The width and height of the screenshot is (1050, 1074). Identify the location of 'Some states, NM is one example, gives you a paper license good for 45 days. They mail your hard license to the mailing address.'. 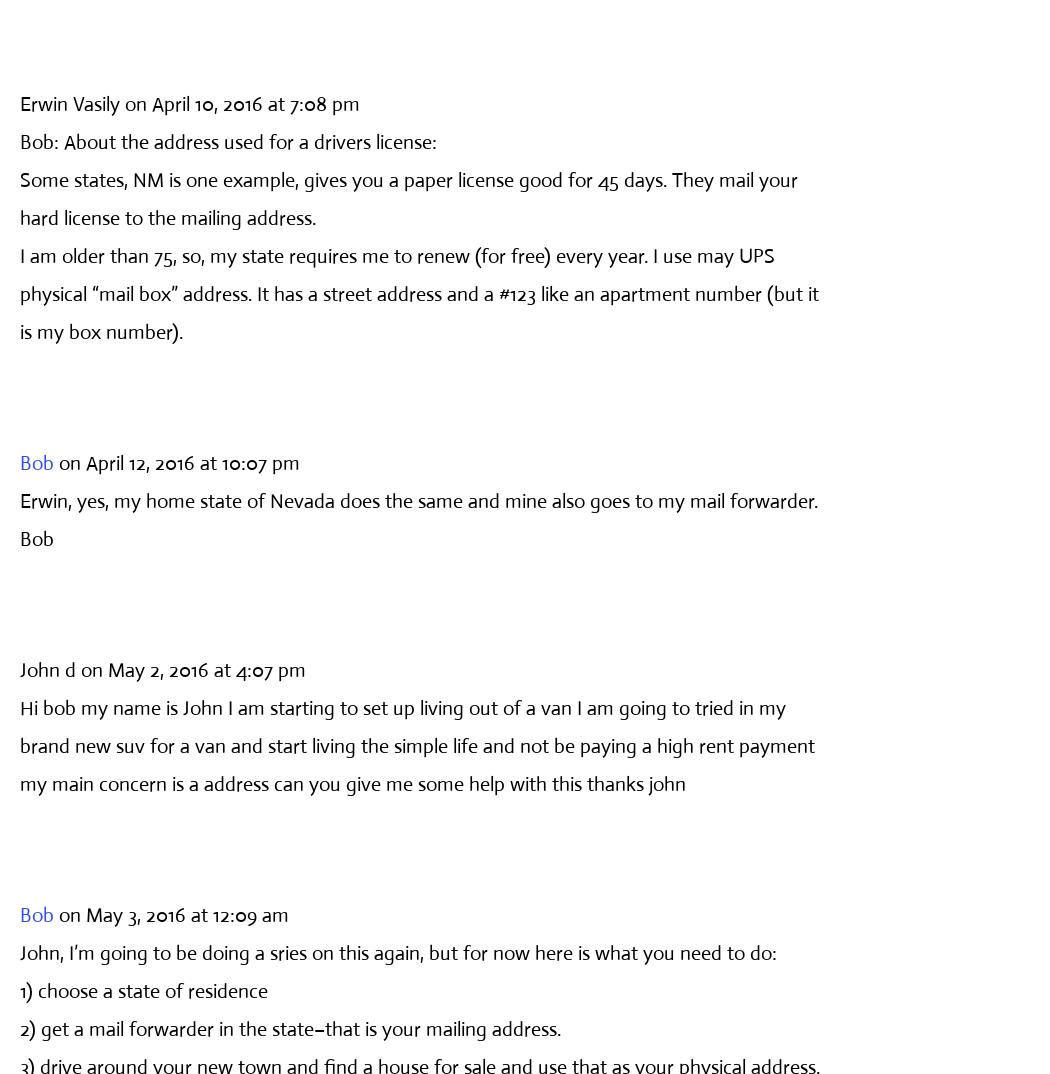
(408, 198).